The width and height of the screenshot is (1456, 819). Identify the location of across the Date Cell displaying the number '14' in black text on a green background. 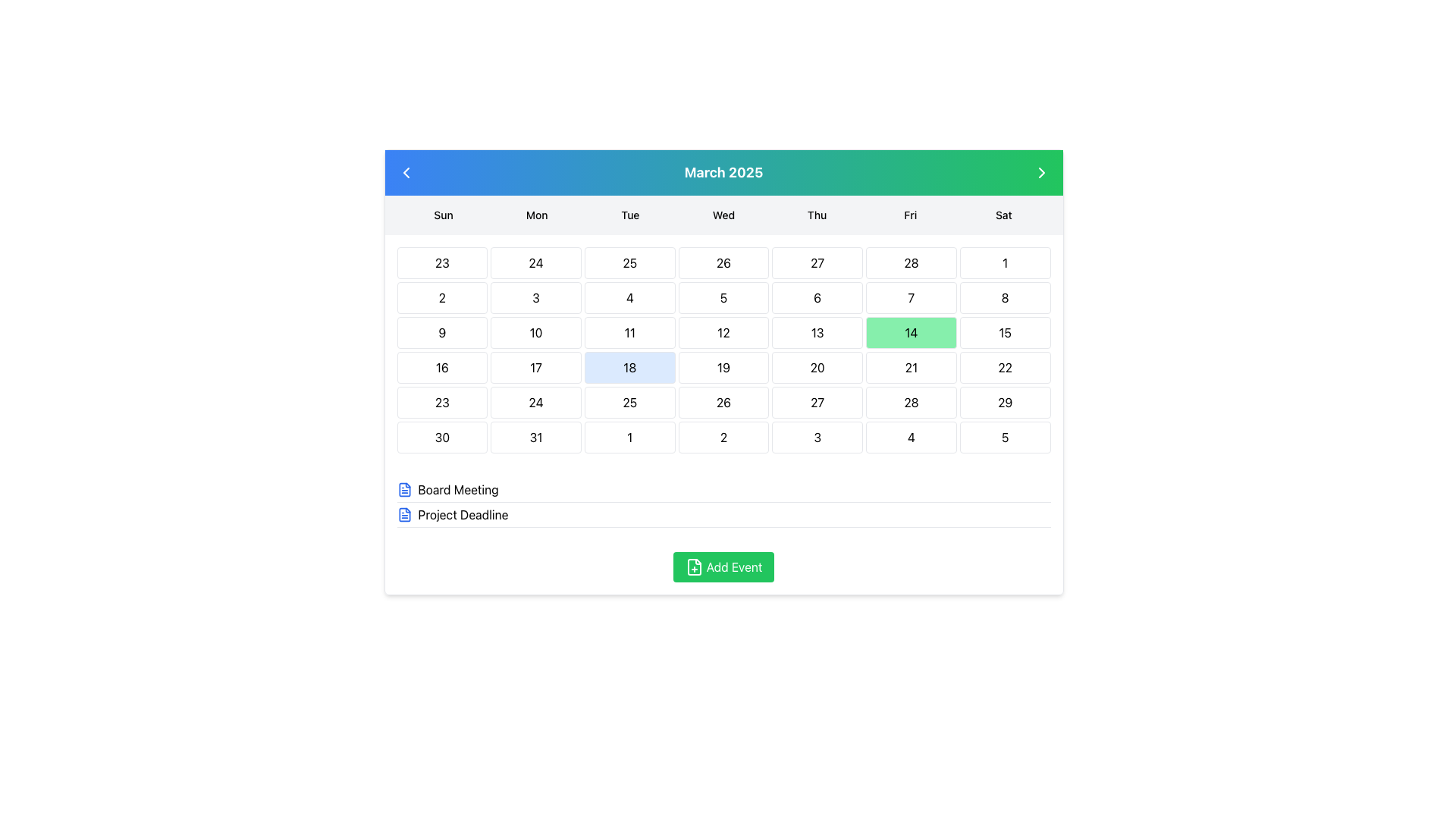
(910, 332).